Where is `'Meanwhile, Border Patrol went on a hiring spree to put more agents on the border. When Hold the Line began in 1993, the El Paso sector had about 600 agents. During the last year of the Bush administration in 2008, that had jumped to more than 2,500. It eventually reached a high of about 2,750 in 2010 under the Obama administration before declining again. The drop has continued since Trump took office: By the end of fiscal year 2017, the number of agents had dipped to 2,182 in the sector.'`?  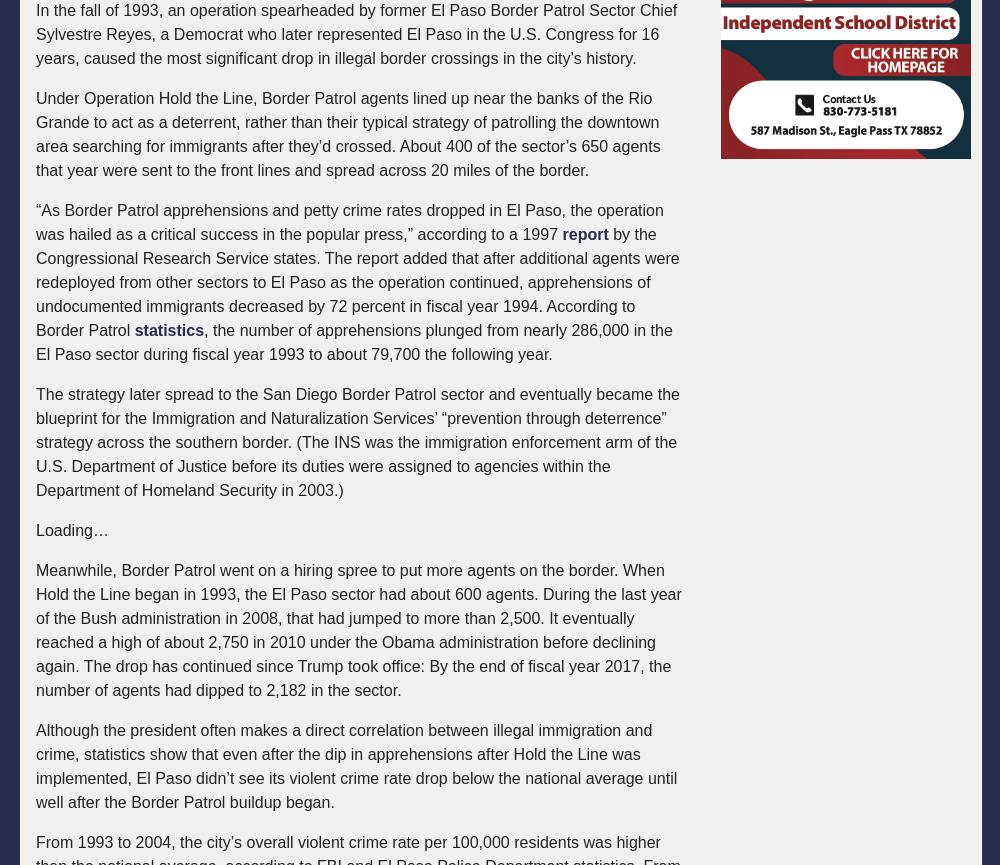
'Meanwhile, Border Patrol went on a hiring spree to put more agents on the border. When Hold the Line began in 1993, the El Paso sector had about 600 agents. During the last year of the Bush administration in 2008, that had jumped to more than 2,500. It eventually reached a high of about 2,750 in 2010 under the Obama administration before declining again. The drop has continued since Trump took office: By the end of fiscal year 2017, the number of agents had dipped to 2,182 in the sector.' is located at coordinates (357, 630).